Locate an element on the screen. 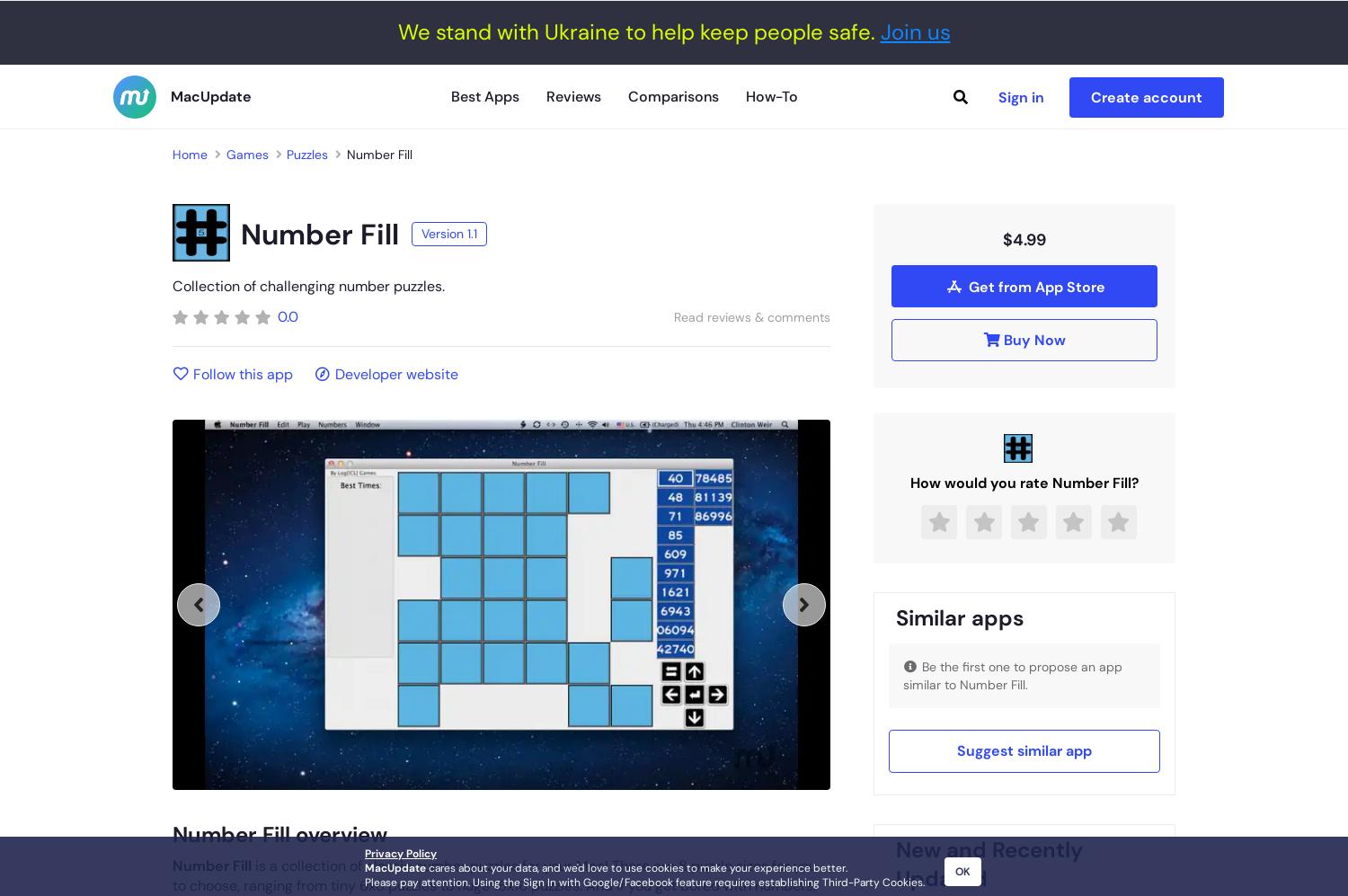  'Please pay attention. Using the Sign In with Google/Facebook feature requires establishing Third-Party Cookies.' is located at coordinates (365, 882).